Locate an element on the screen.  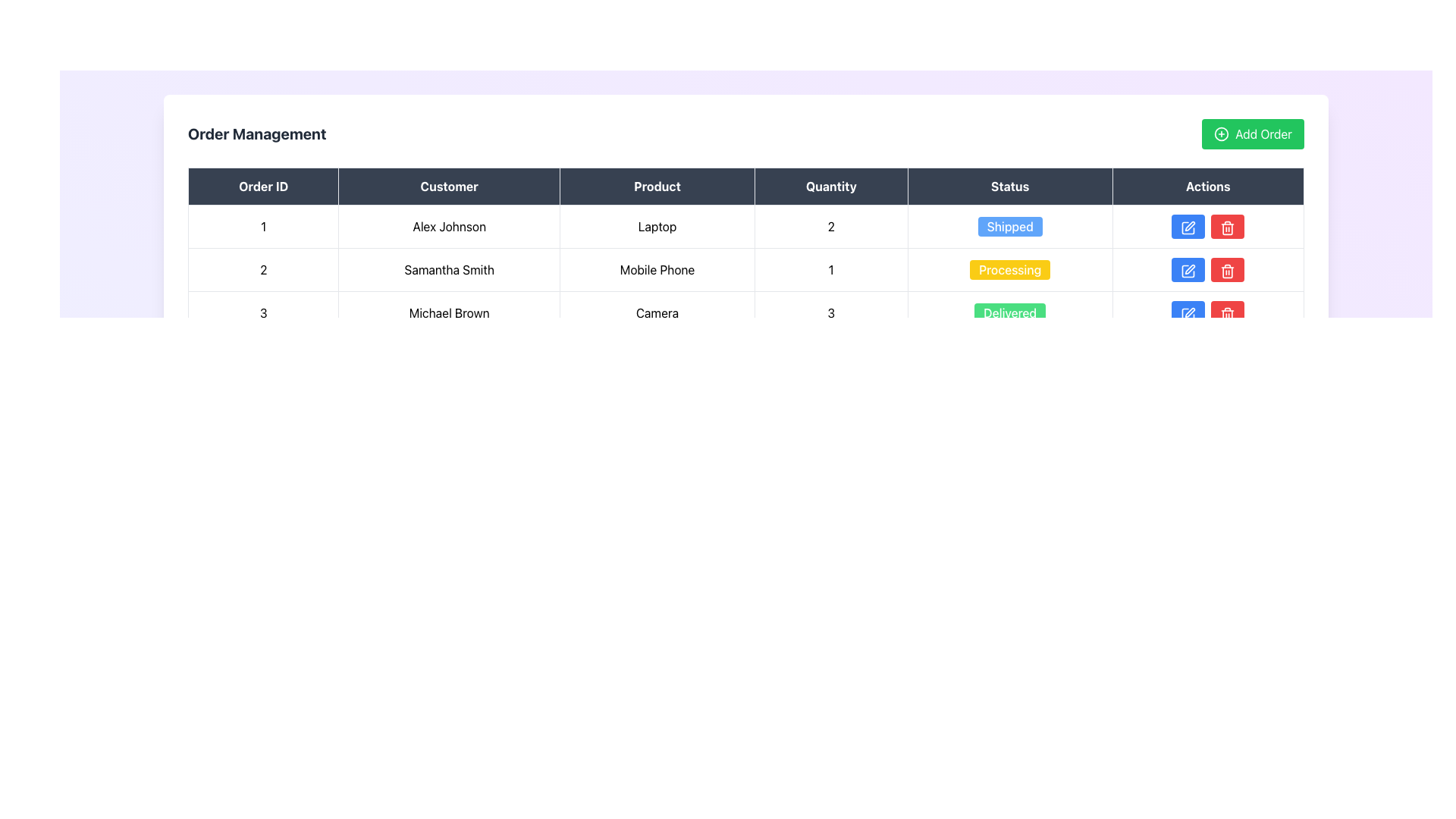
the trash/delete icon in the 'Actions' column of the data table for Order ID 3 to initiate the delete action is located at coordinates (1228, 229).